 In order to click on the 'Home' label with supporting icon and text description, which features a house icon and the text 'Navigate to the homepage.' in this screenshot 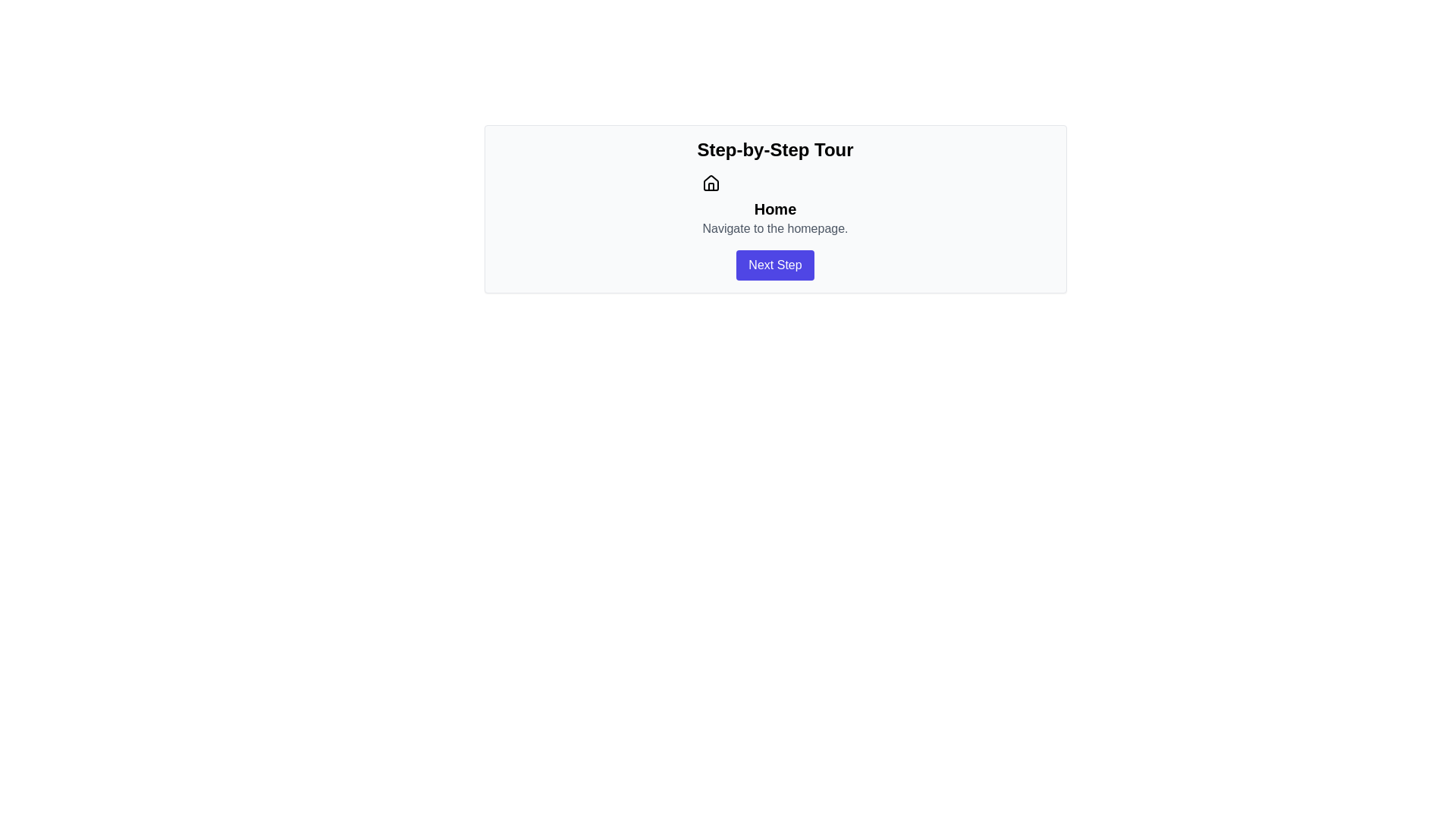, I will do `click(775, 206)`.